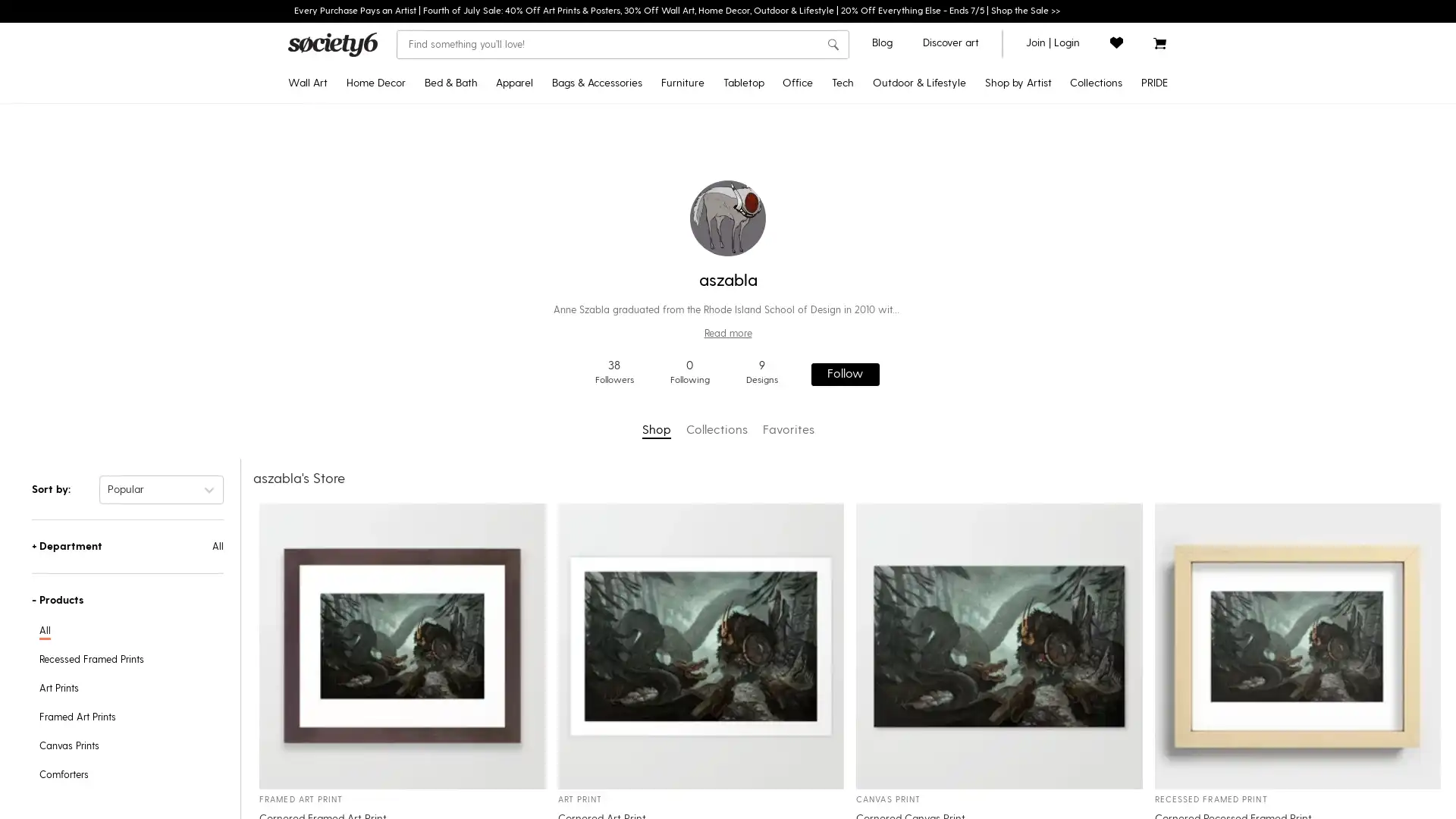  I want to click on Discover Black Artists, so click(1040, 195).